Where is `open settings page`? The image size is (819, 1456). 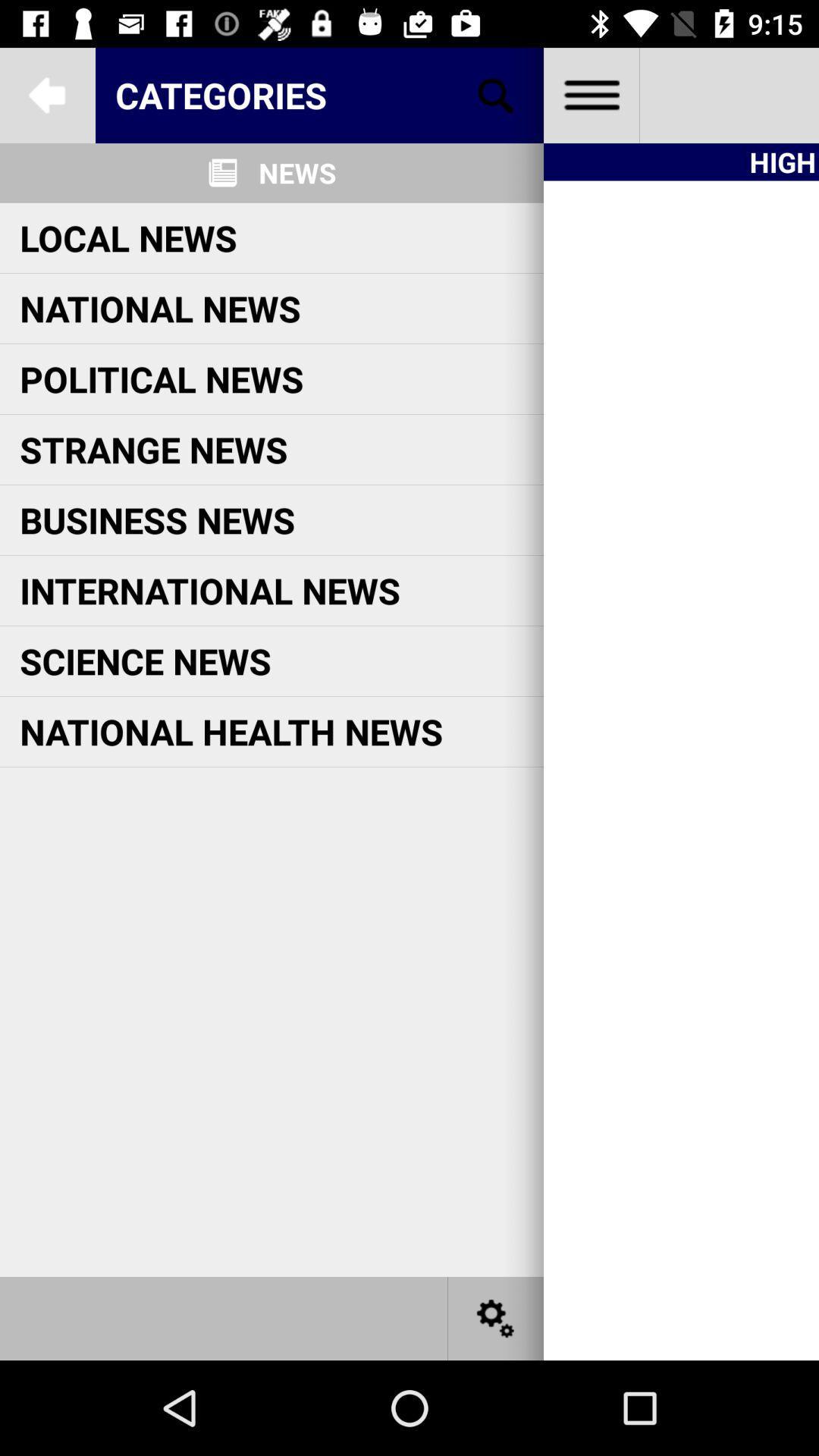 open settings page is located at coordinates (496, 1317).